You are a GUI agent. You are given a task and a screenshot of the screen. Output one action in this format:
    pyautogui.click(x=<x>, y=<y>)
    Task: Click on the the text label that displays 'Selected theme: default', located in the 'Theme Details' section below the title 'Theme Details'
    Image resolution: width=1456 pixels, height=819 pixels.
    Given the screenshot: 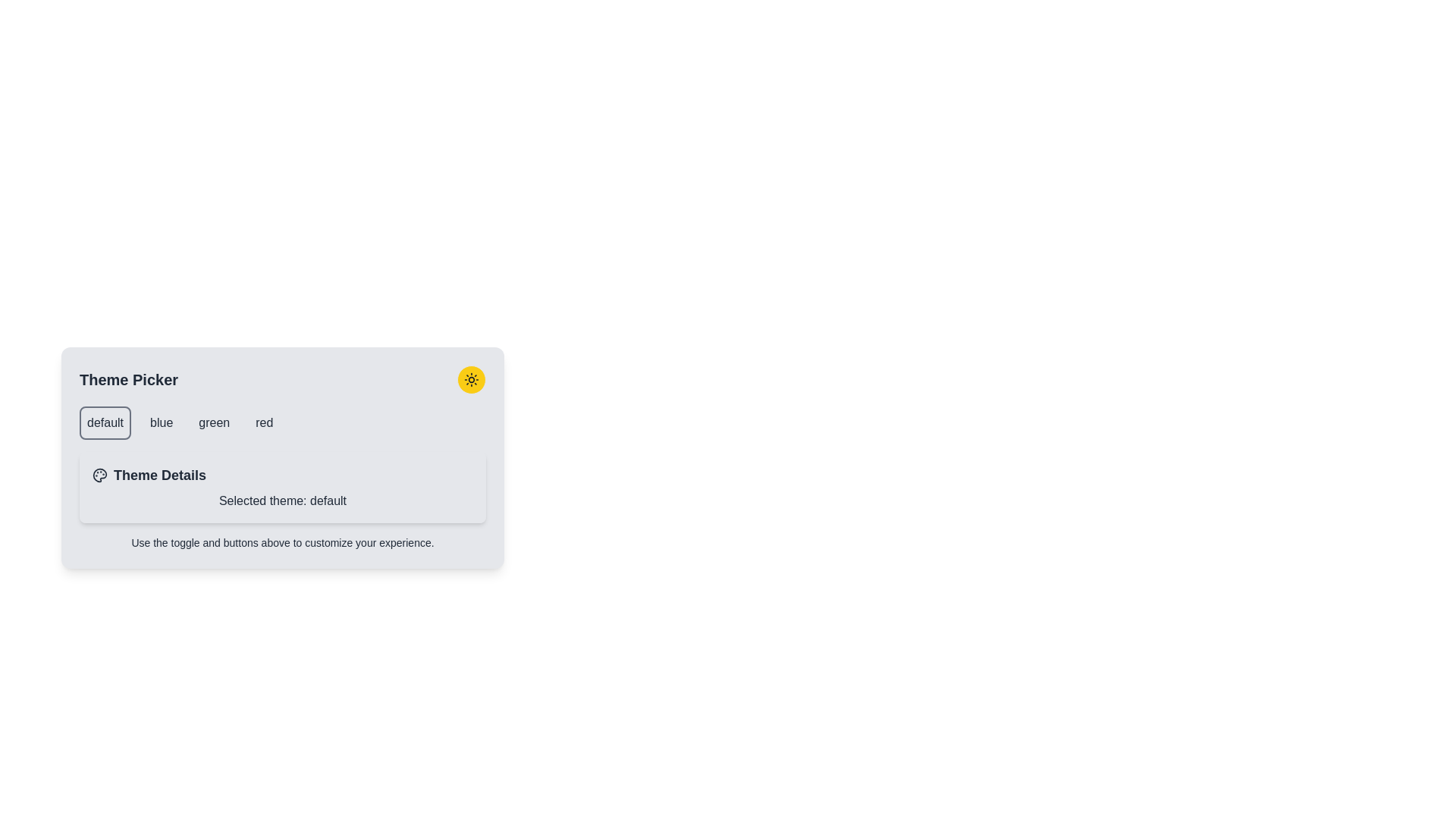 What is the action you would take?
    pyautogui.click(x=283, y=500)
    